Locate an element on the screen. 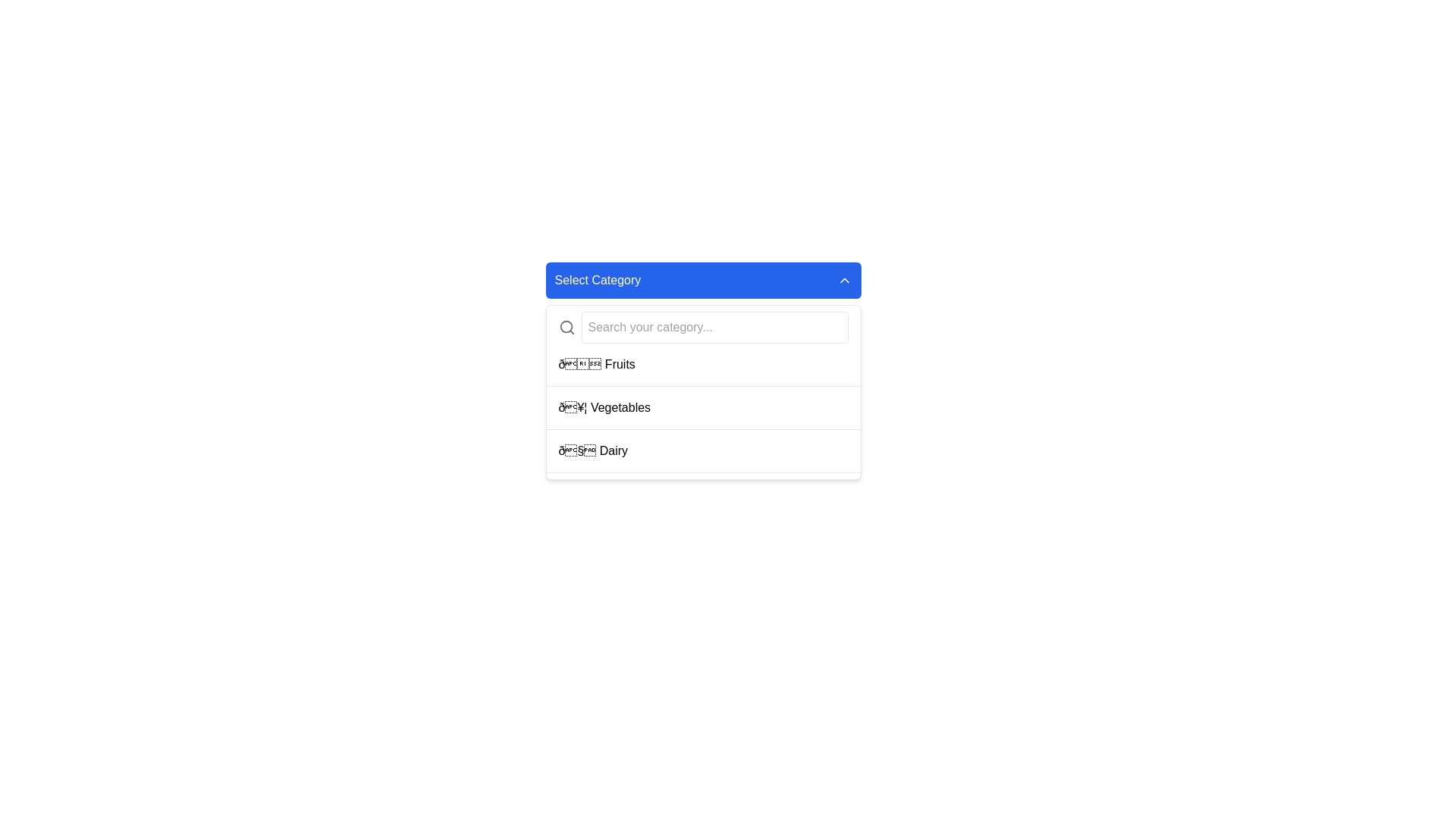  the '🥦 Vegetables' menu item in the dropdown menu is located at coordinates (702, 407).